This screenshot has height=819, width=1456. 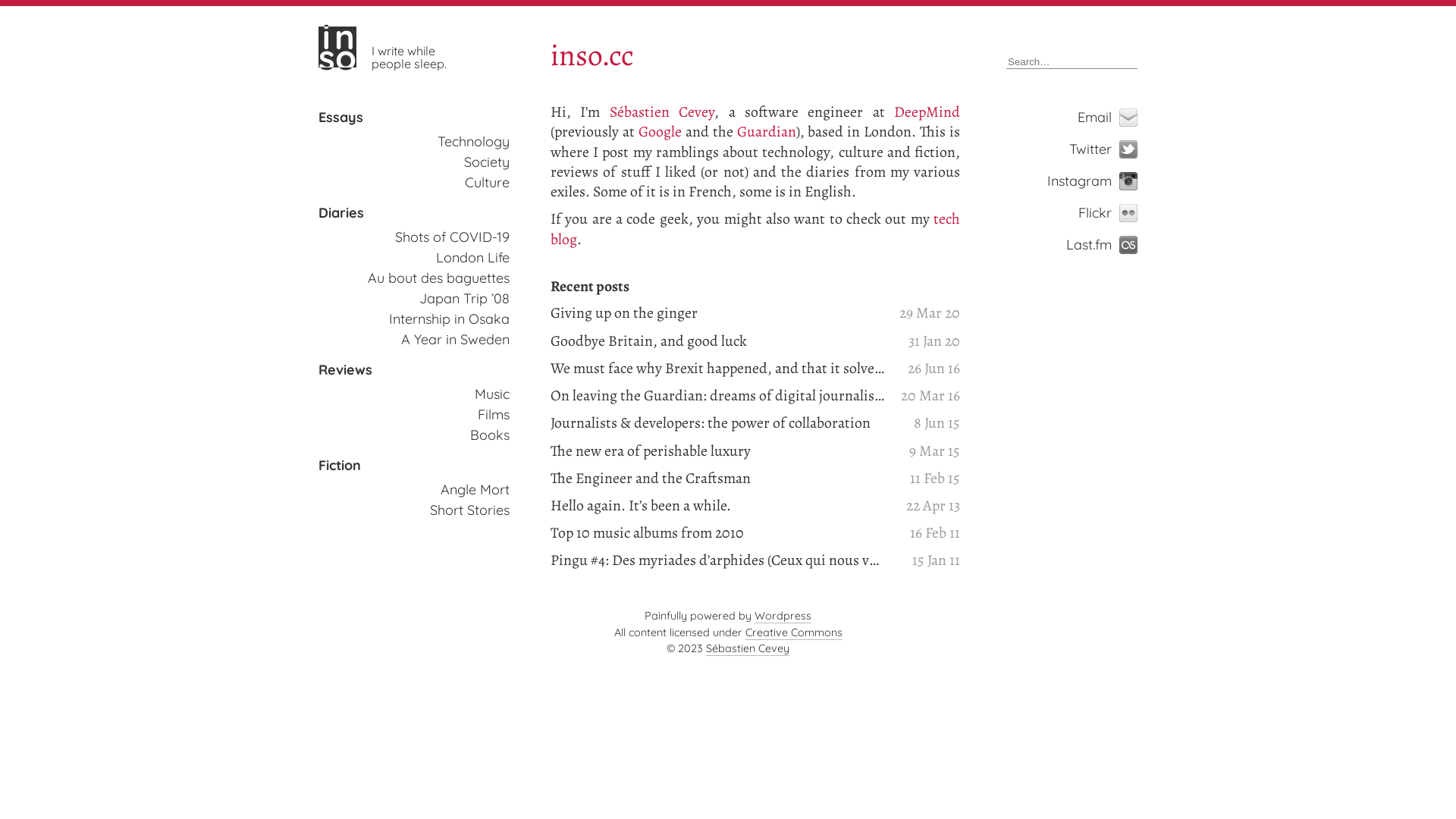 I want to click on 'Instagram', so click(x=1093, y=180).